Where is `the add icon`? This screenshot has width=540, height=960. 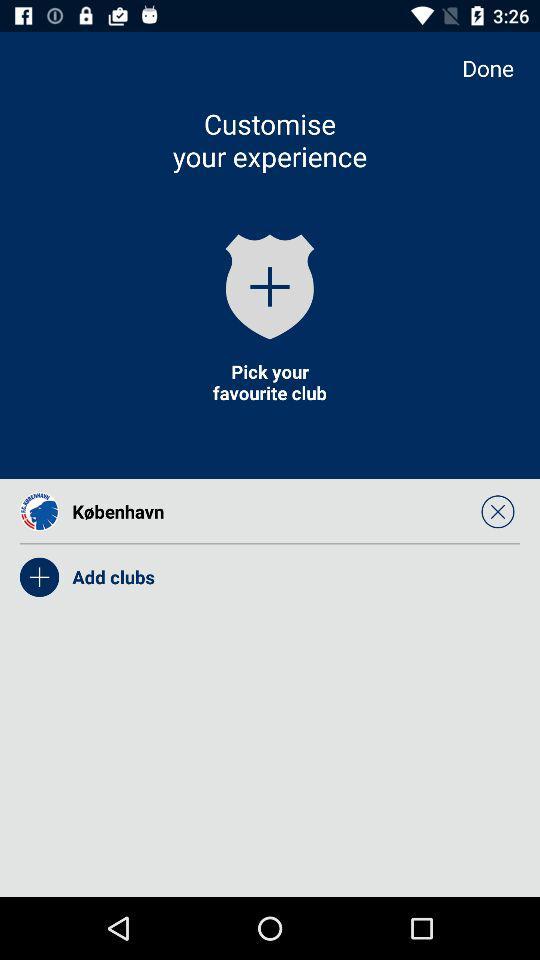 the add icon is located at coordinates (270, 285).